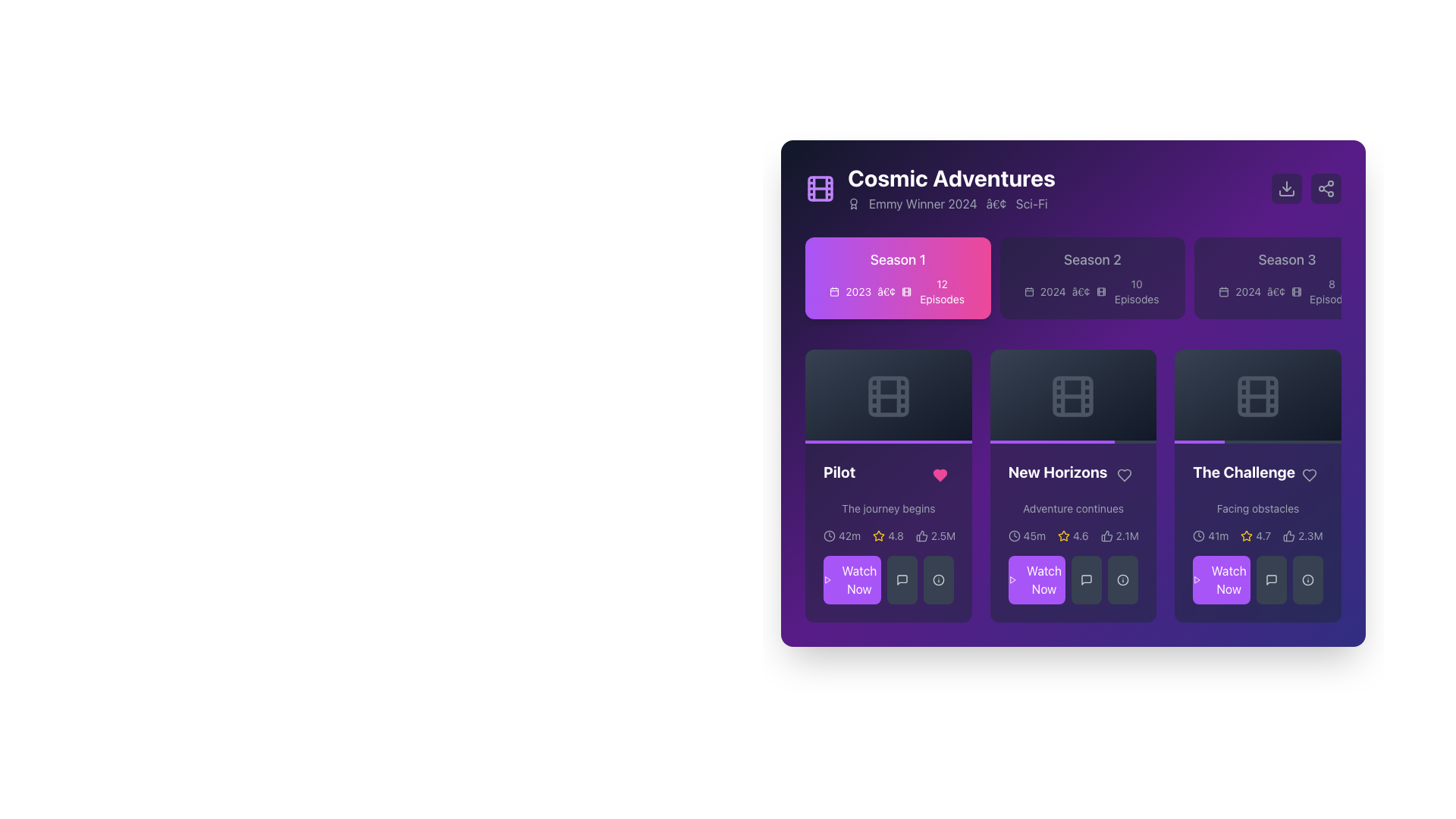 The width and height of the screenshot is (1456, 819). What do you see at coordinates (1086, 579) in the screenshot?
I see `the message/comment SVG icon located in the secondary action button section beneath the 'New Horizons' card` at bounding box center [1086, 579].